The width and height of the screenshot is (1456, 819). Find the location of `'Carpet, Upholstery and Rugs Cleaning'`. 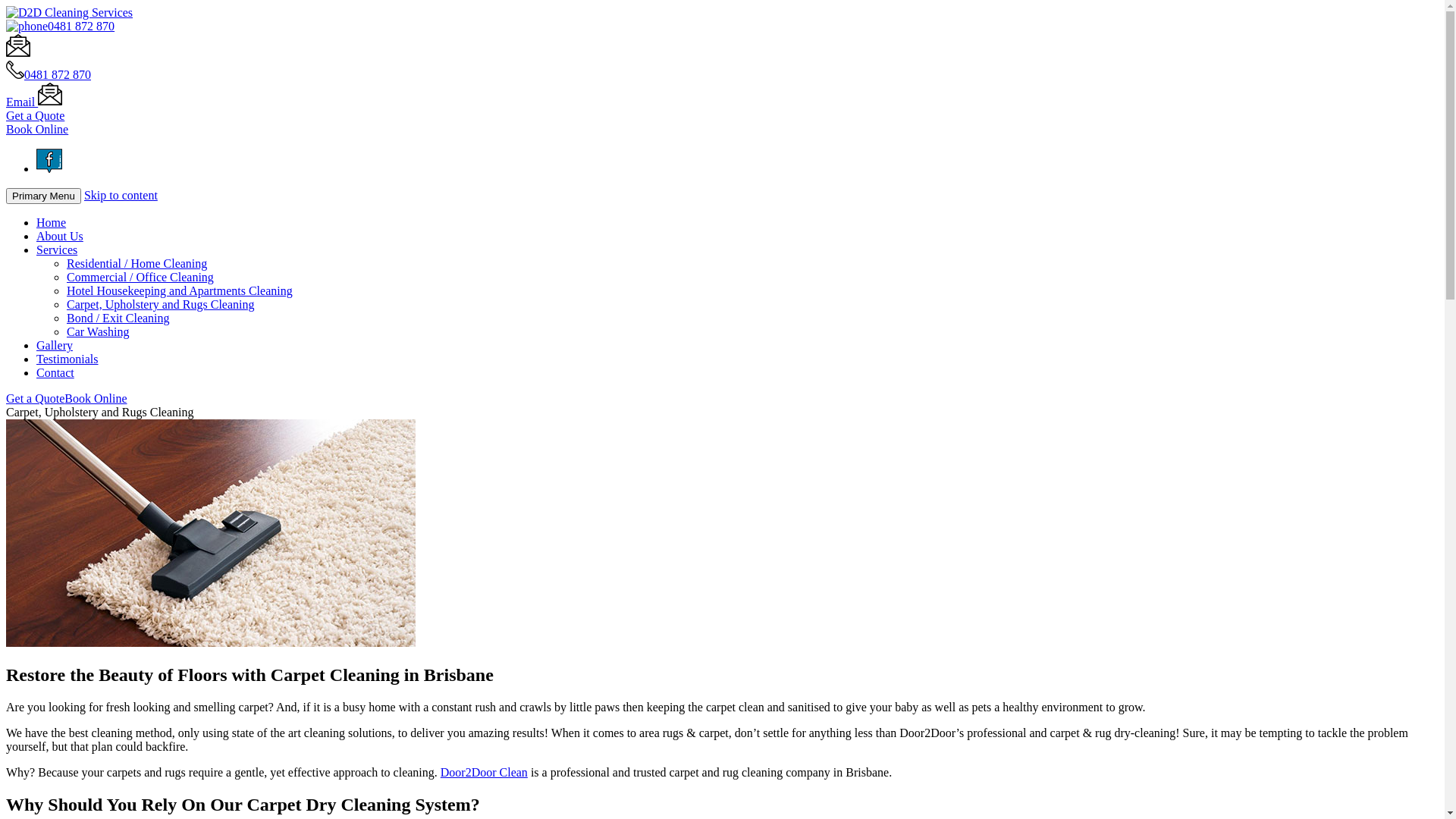

'Carpet, Upholstery and Rugs Cleaning' is located at coordinates (160, 304).